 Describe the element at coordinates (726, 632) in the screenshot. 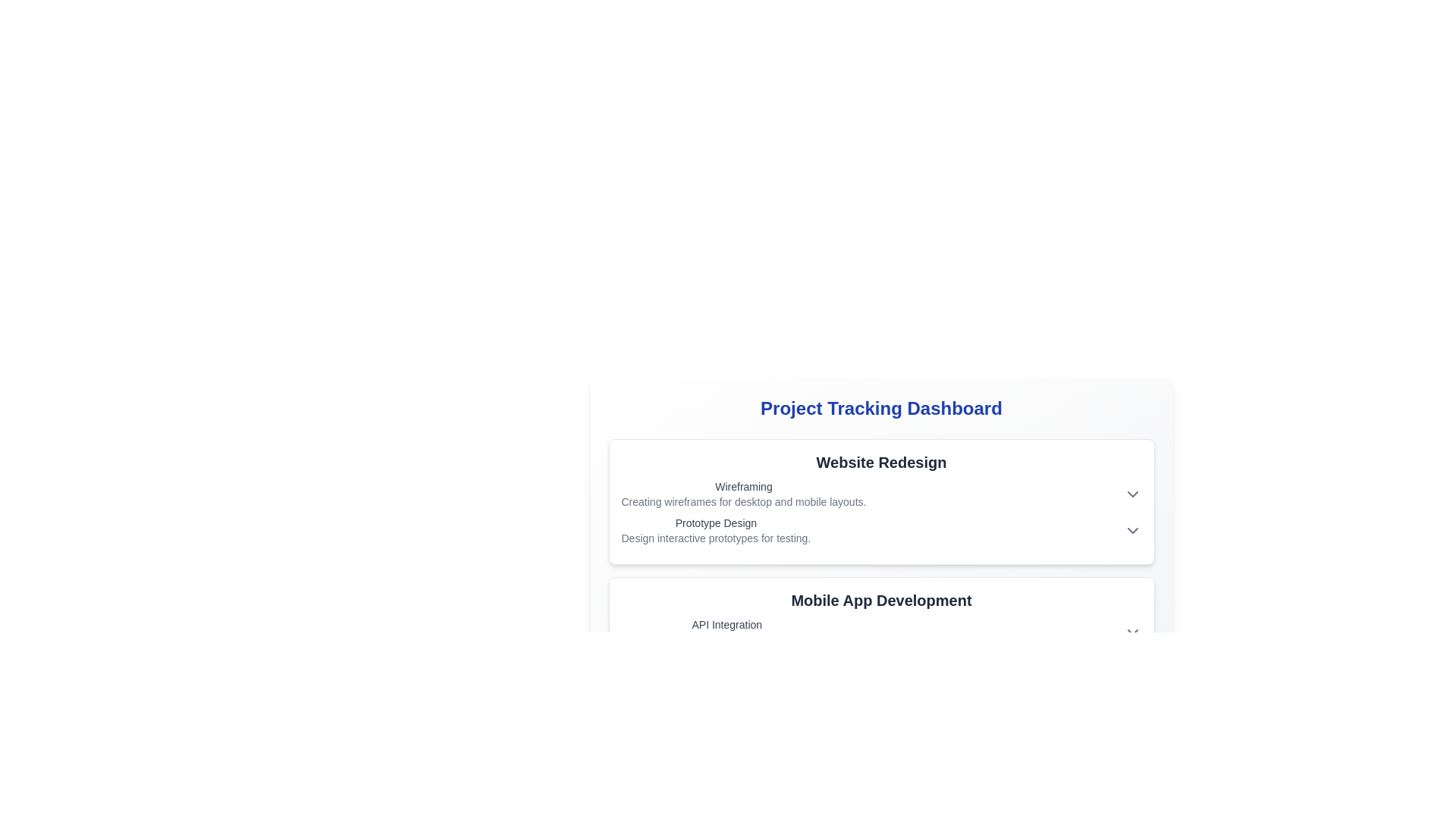

I see `the textual information block that provides descriptive information about the 'API Integration' task in the 'Mobile App Development' section of the 'Project Tracking Dashboard'` at that location.